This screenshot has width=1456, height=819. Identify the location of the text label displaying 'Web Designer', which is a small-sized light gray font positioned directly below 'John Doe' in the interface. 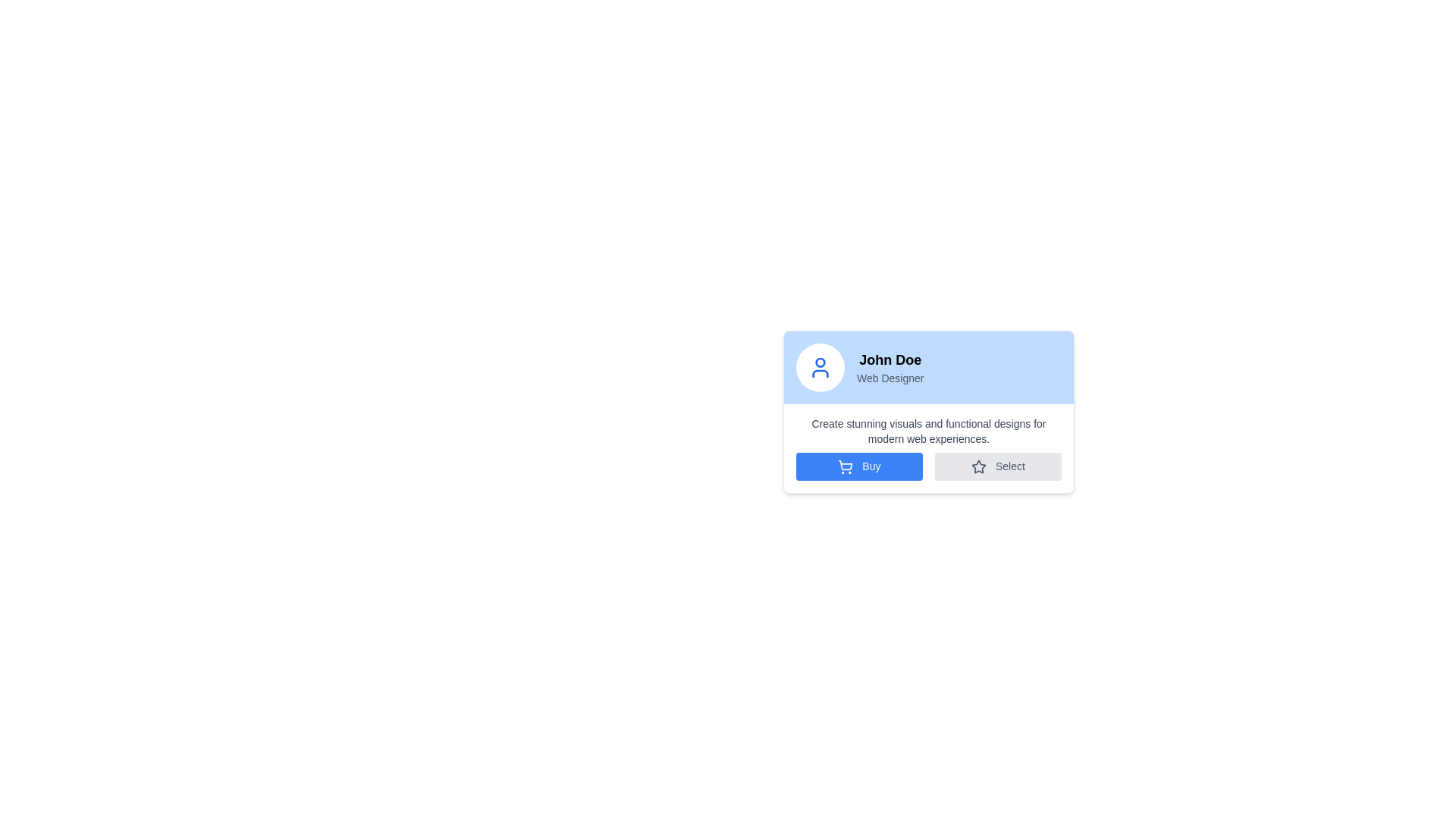
(890, 377).